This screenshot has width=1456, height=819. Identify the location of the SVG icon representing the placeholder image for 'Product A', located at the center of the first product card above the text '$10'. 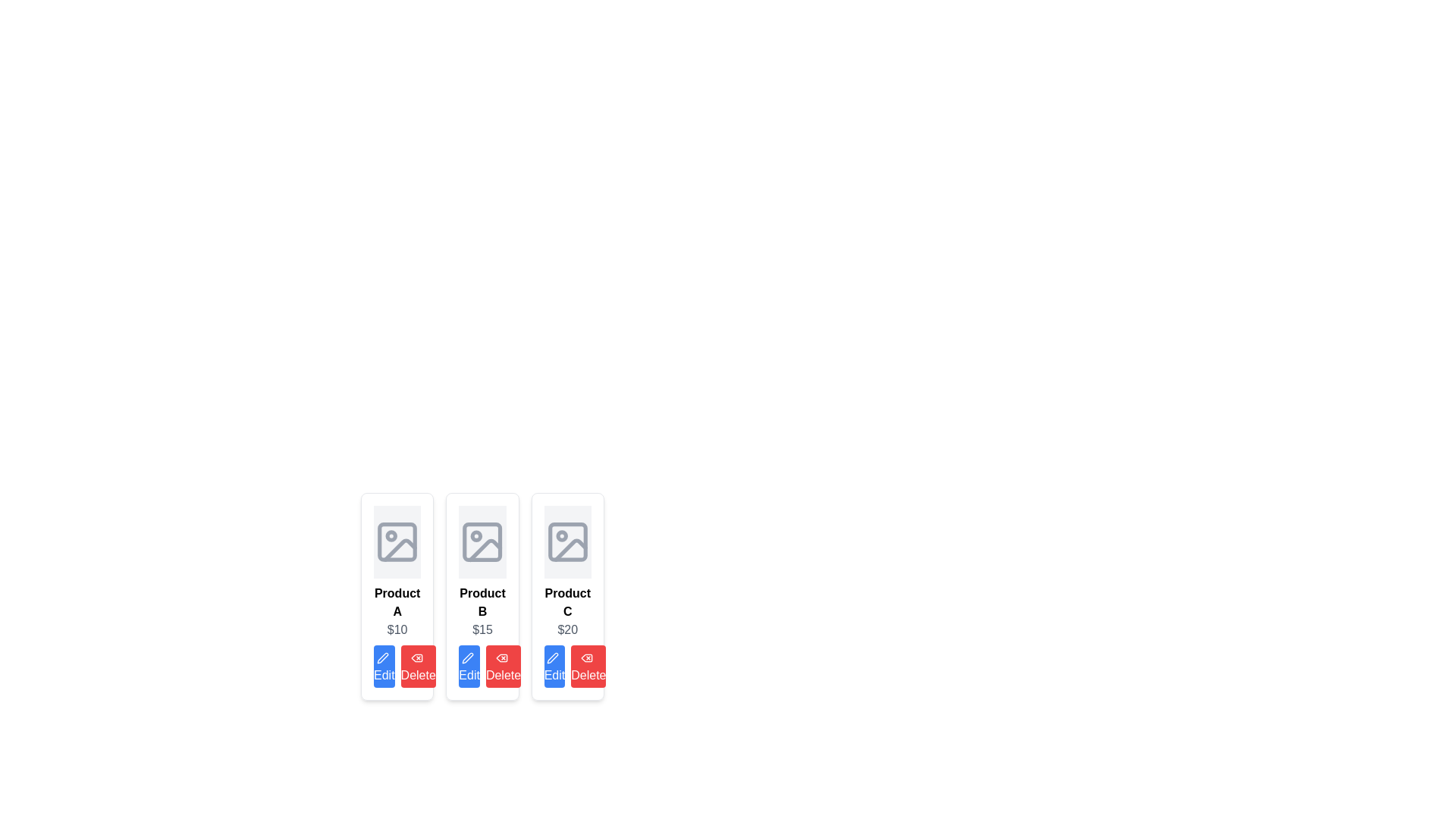
(397, 541).